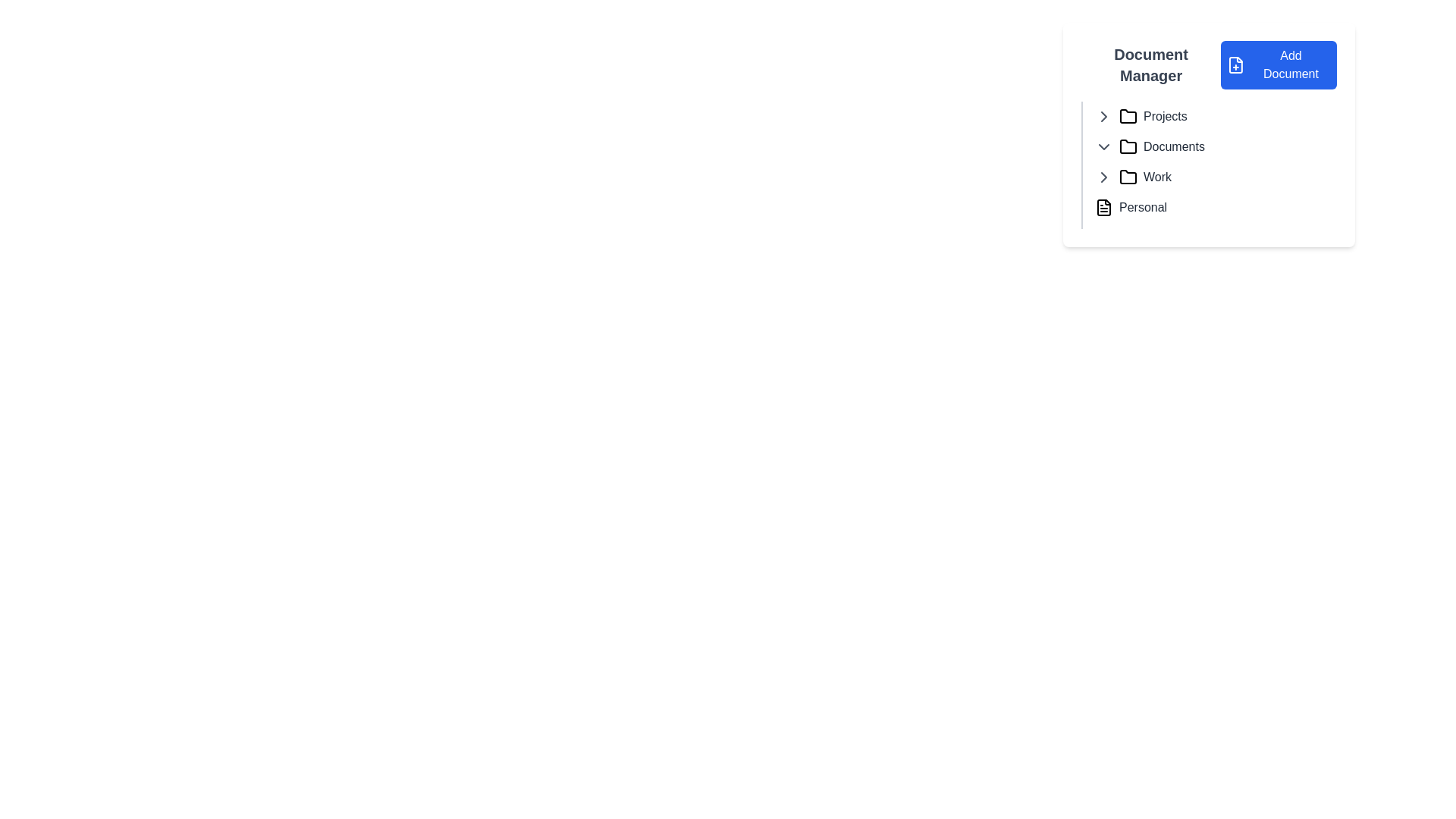 The width and height of the screenshot is (1456, 819). What do you see at coordinates (1128, 146) in the screenshot?
I see `the 'Documents' folder icon located in the 'Document Manager' interface, positioned third among its sibling elements` at bounding box center [1128, 146].